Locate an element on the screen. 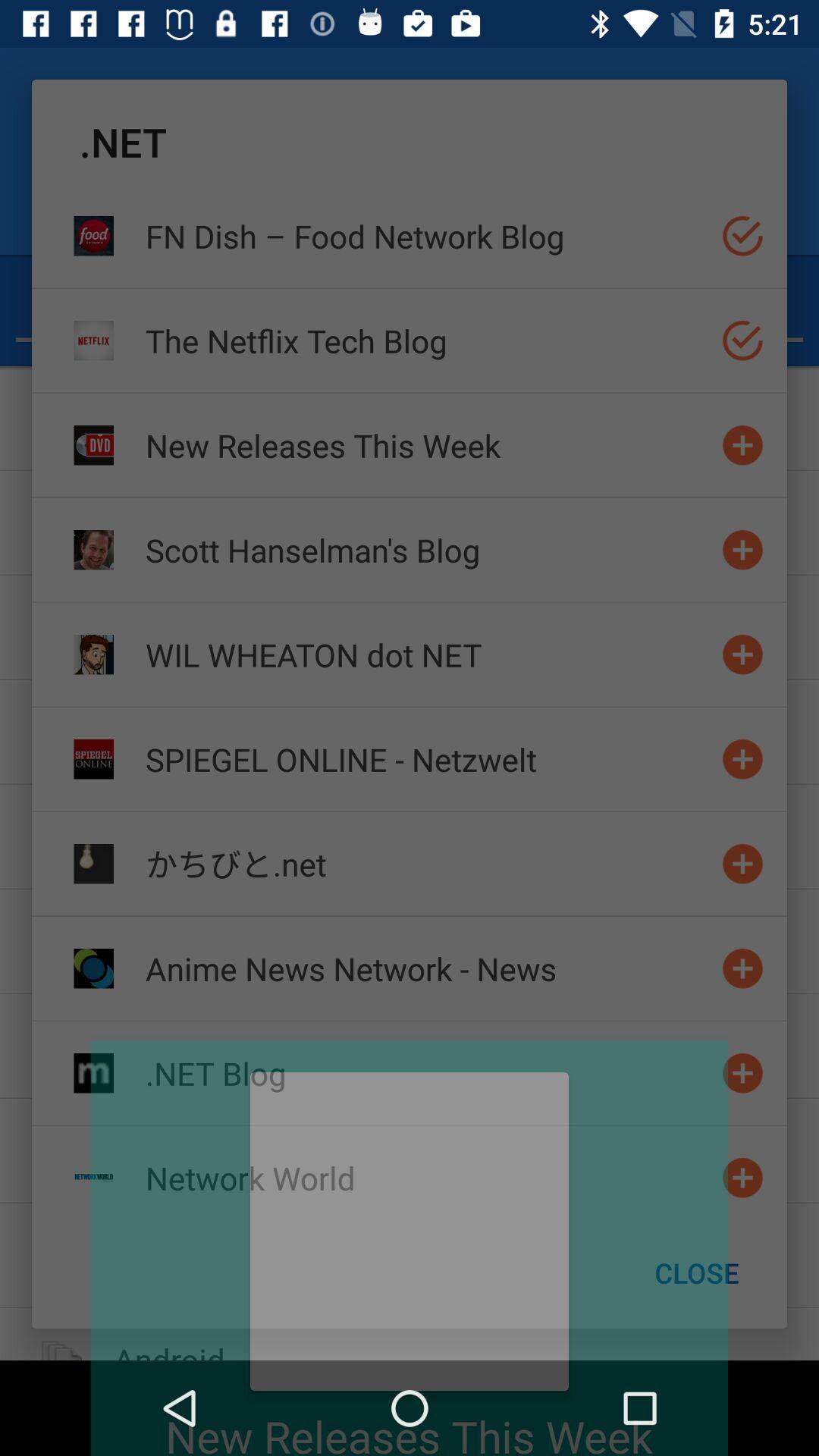  select option is located at coordinates (742, 340).